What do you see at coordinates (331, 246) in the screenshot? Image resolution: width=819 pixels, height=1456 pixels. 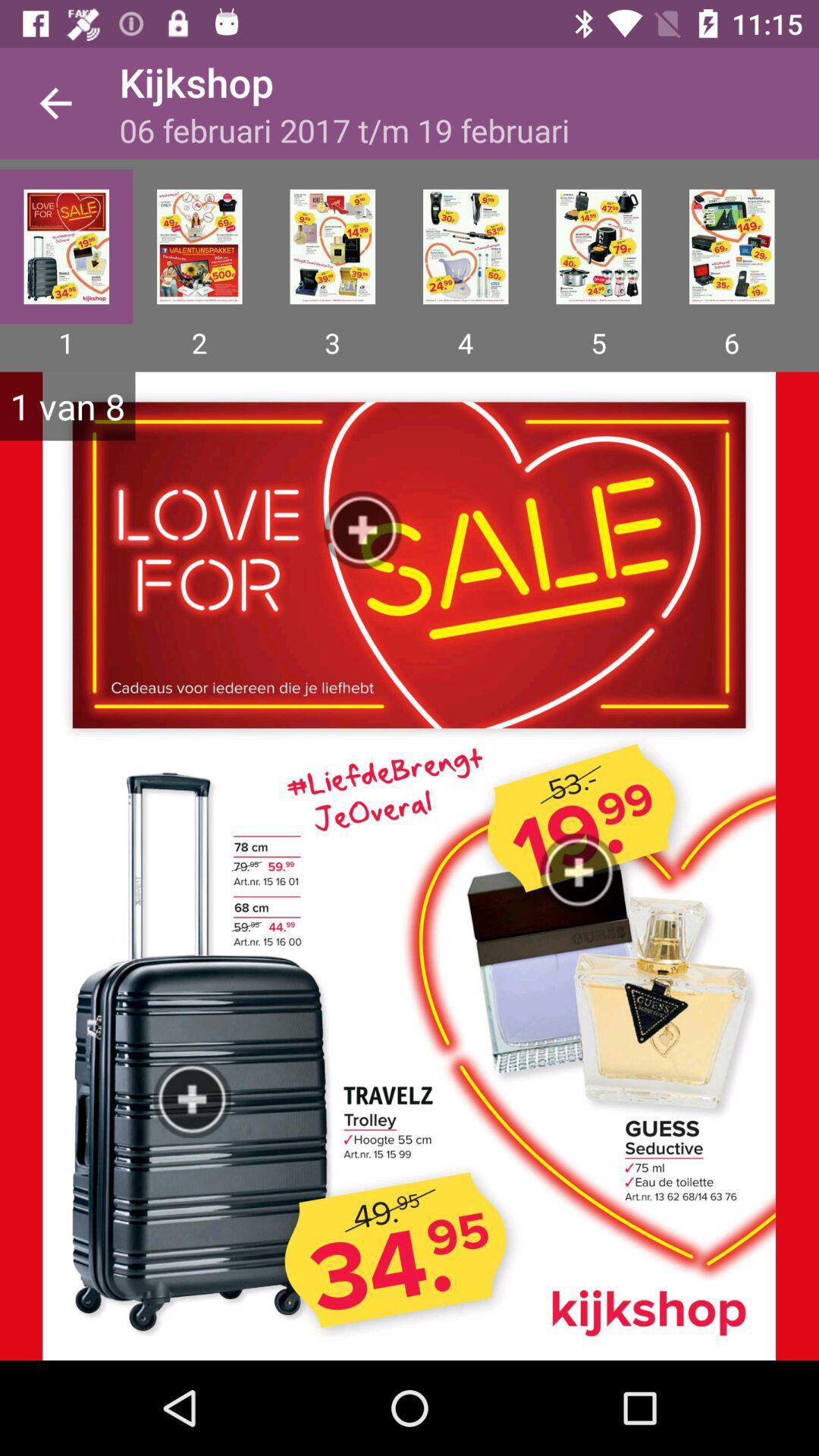 I see `the item below 06 februari 2017 icon` at bounding box center [331, 246].